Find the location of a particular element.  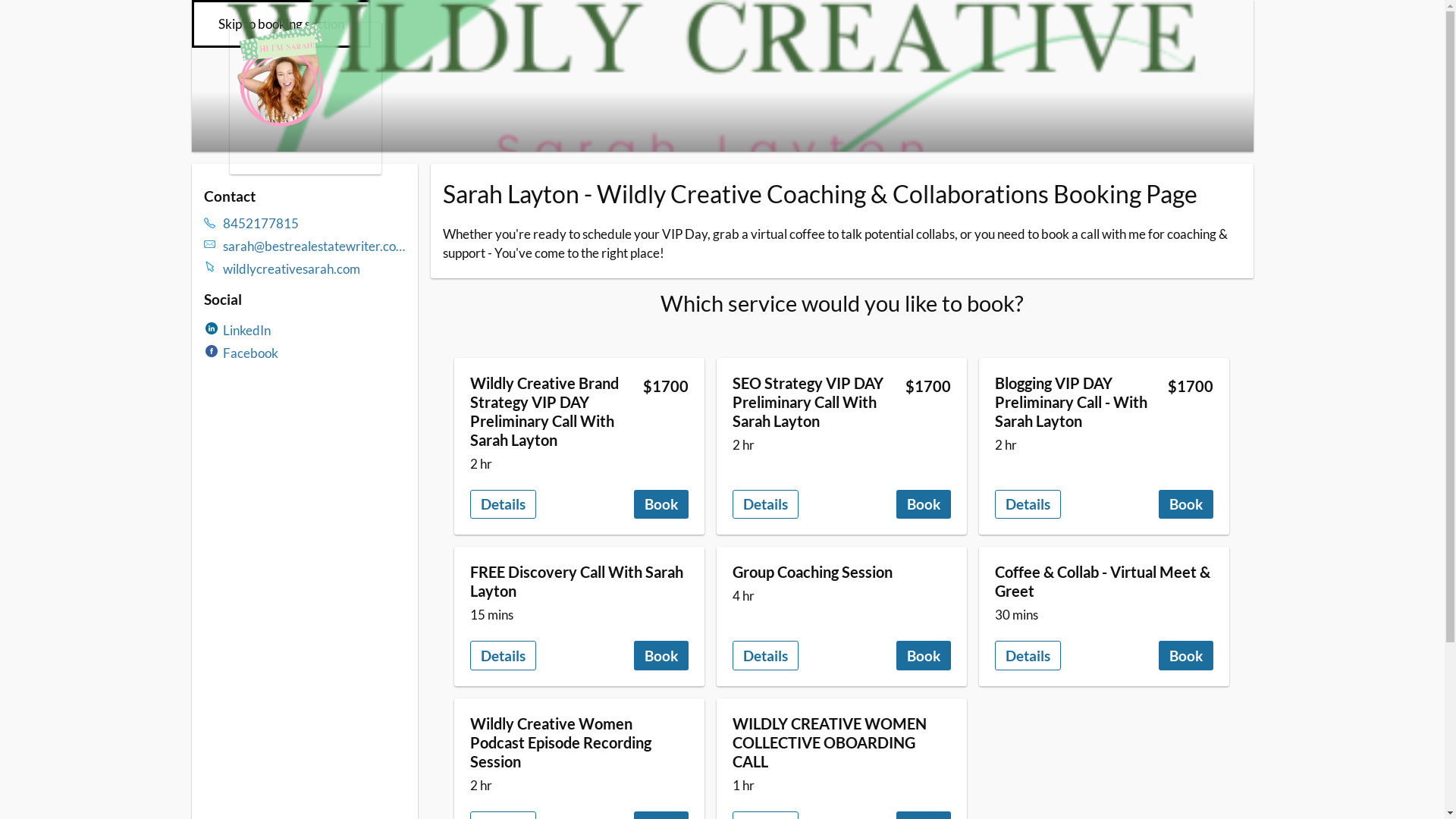

'Skip to booking section' is located at coordinates (190, 24).